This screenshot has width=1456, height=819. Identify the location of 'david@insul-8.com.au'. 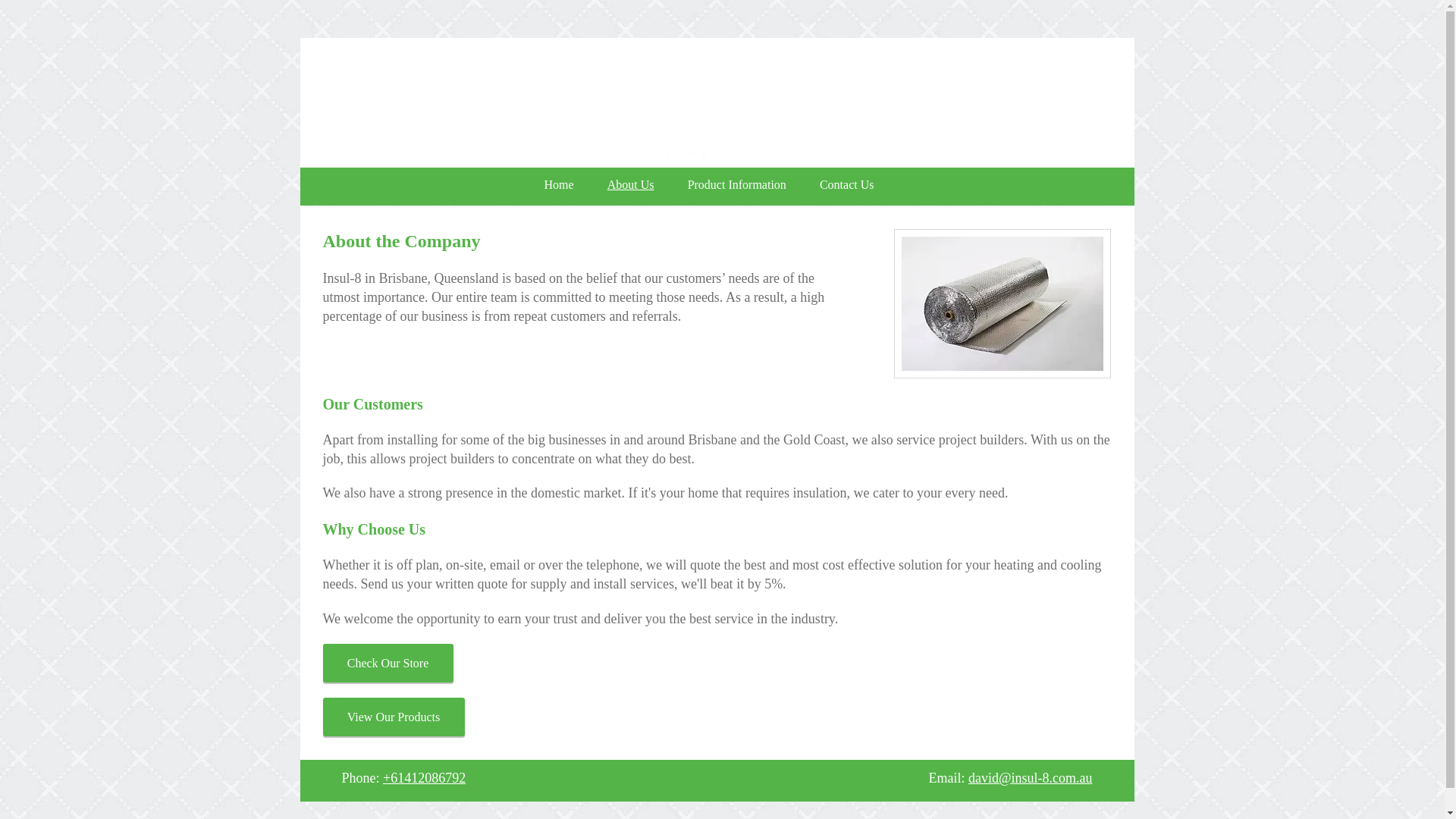
(1030, 778).